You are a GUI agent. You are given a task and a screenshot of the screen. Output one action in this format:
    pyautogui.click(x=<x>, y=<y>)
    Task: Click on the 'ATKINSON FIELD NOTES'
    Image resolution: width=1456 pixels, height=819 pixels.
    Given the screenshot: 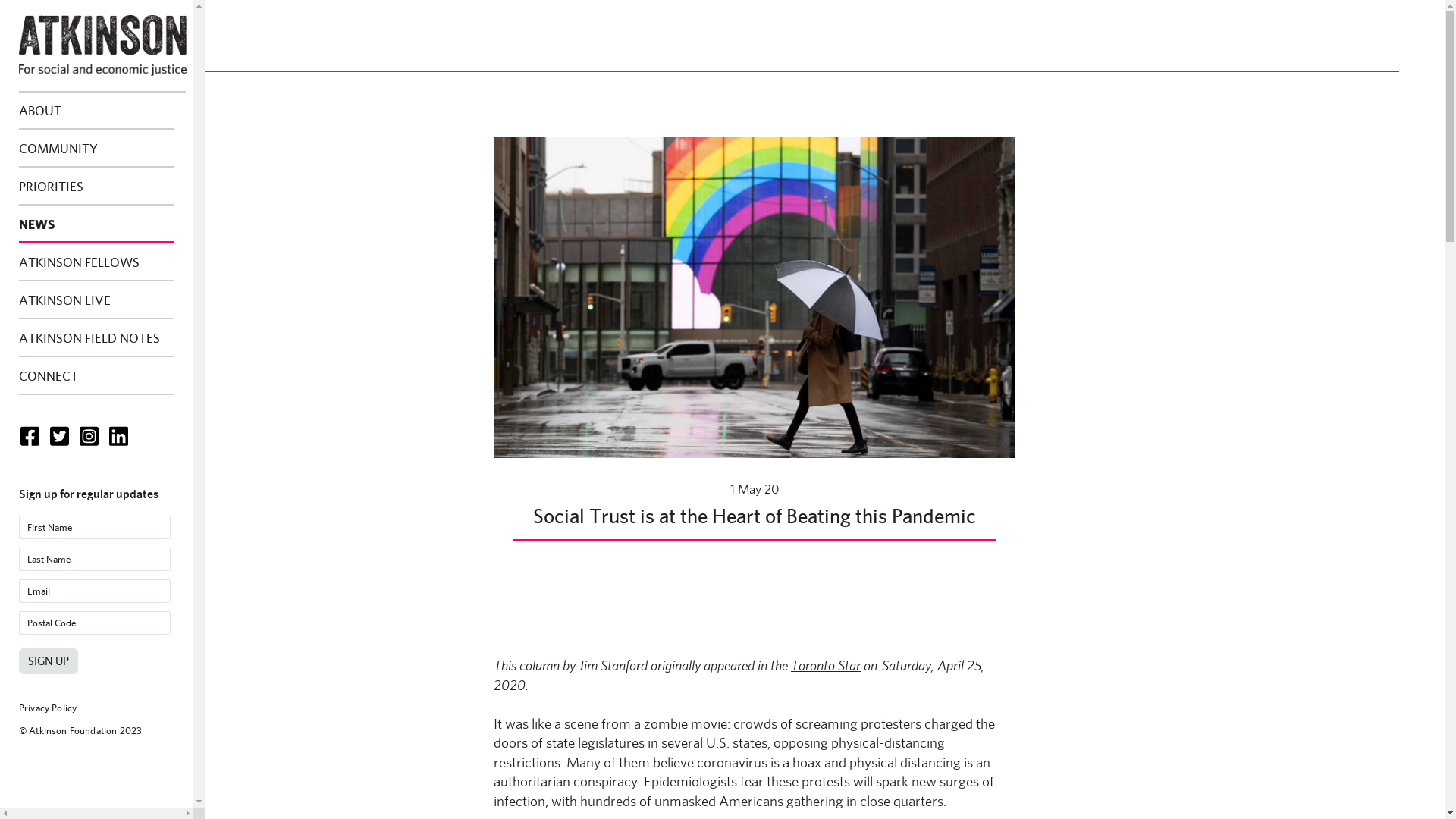 What is the action you would take?
    pyautogui.click(x=96, y=337)
    